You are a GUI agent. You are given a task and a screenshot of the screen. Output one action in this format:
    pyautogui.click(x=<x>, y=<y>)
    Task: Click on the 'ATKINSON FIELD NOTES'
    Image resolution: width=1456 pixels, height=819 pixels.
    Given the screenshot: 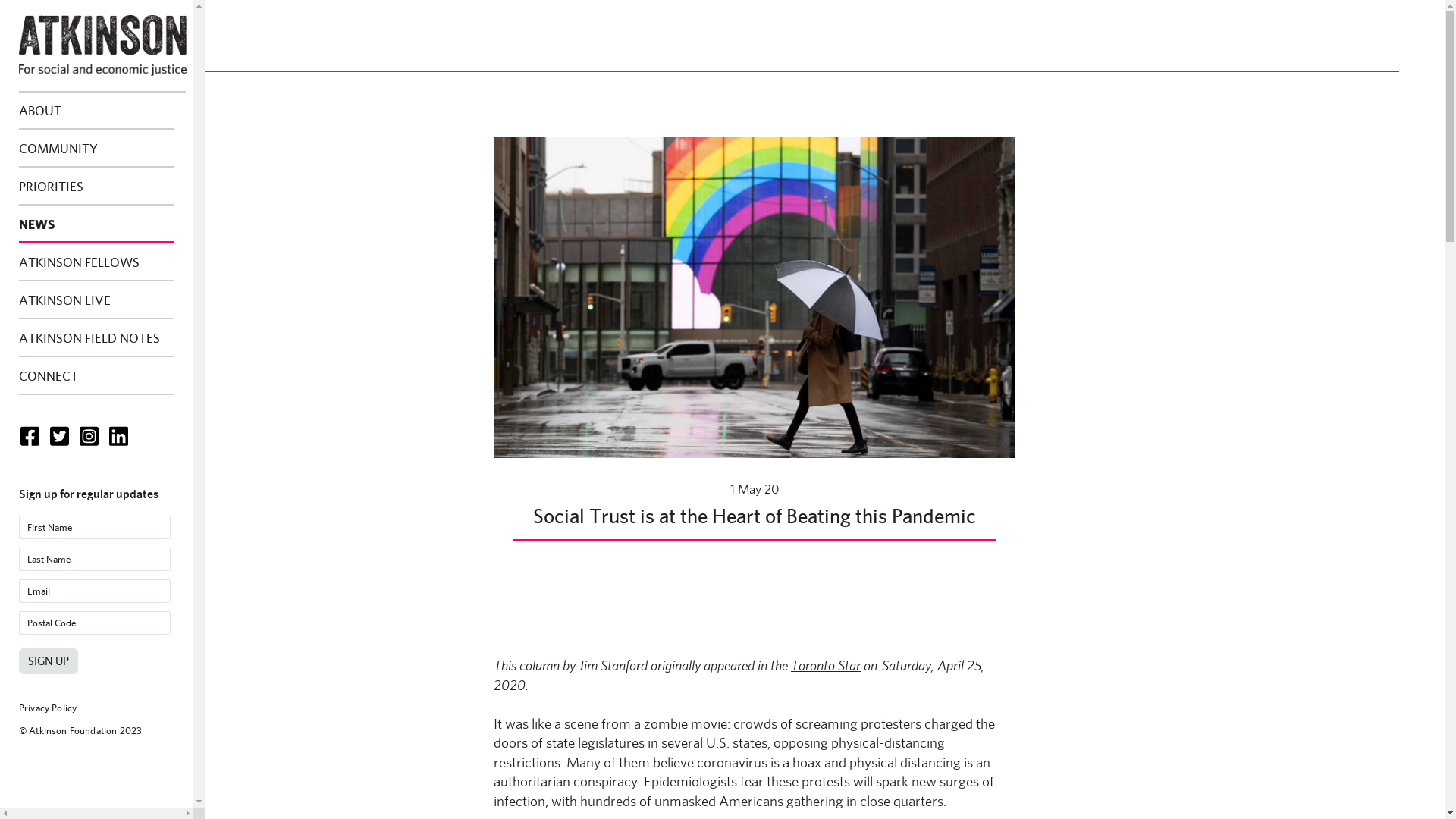 What is the action you would take?
    pyautogui.click(x=96, y=337)
    